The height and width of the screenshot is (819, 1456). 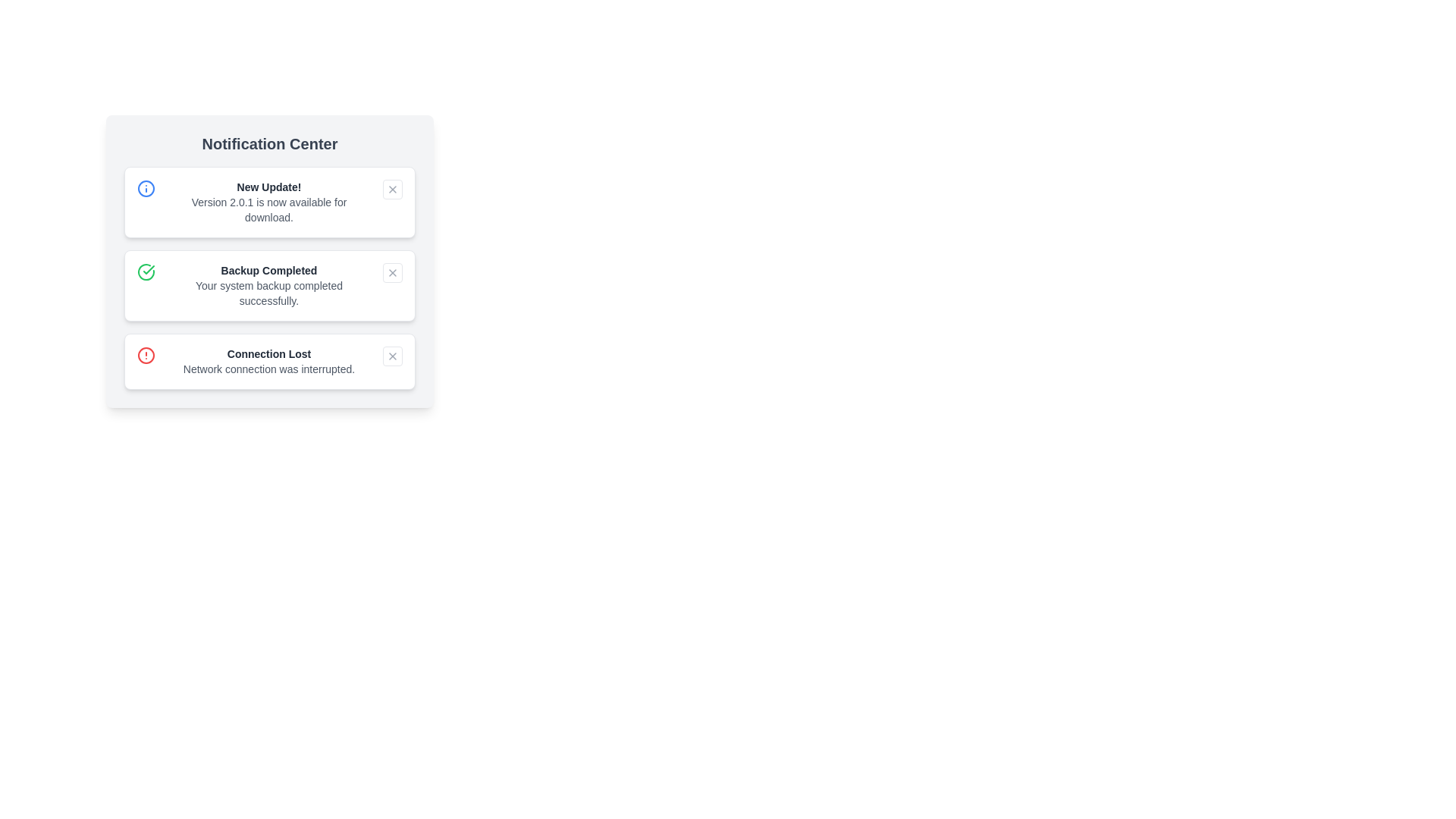 I want to click on the success status icon located inside the second notification card, to the left of the text 'Backup Completed' in the Notification Center, so click(x=146, y=271).